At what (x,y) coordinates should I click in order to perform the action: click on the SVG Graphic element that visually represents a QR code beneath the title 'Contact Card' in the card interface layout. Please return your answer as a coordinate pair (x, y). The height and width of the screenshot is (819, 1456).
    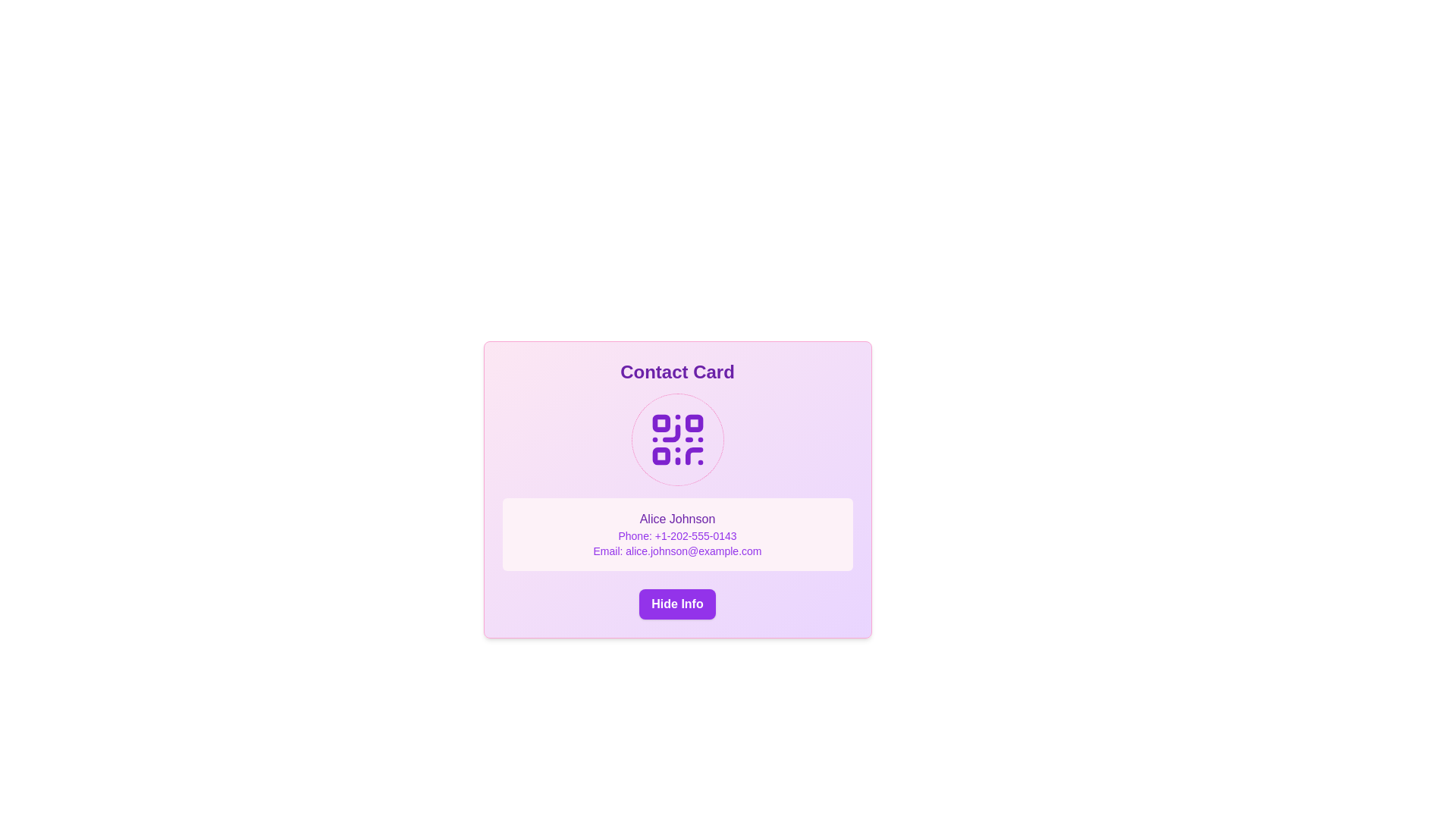
    Looking at the image, I should click on (676, 439).